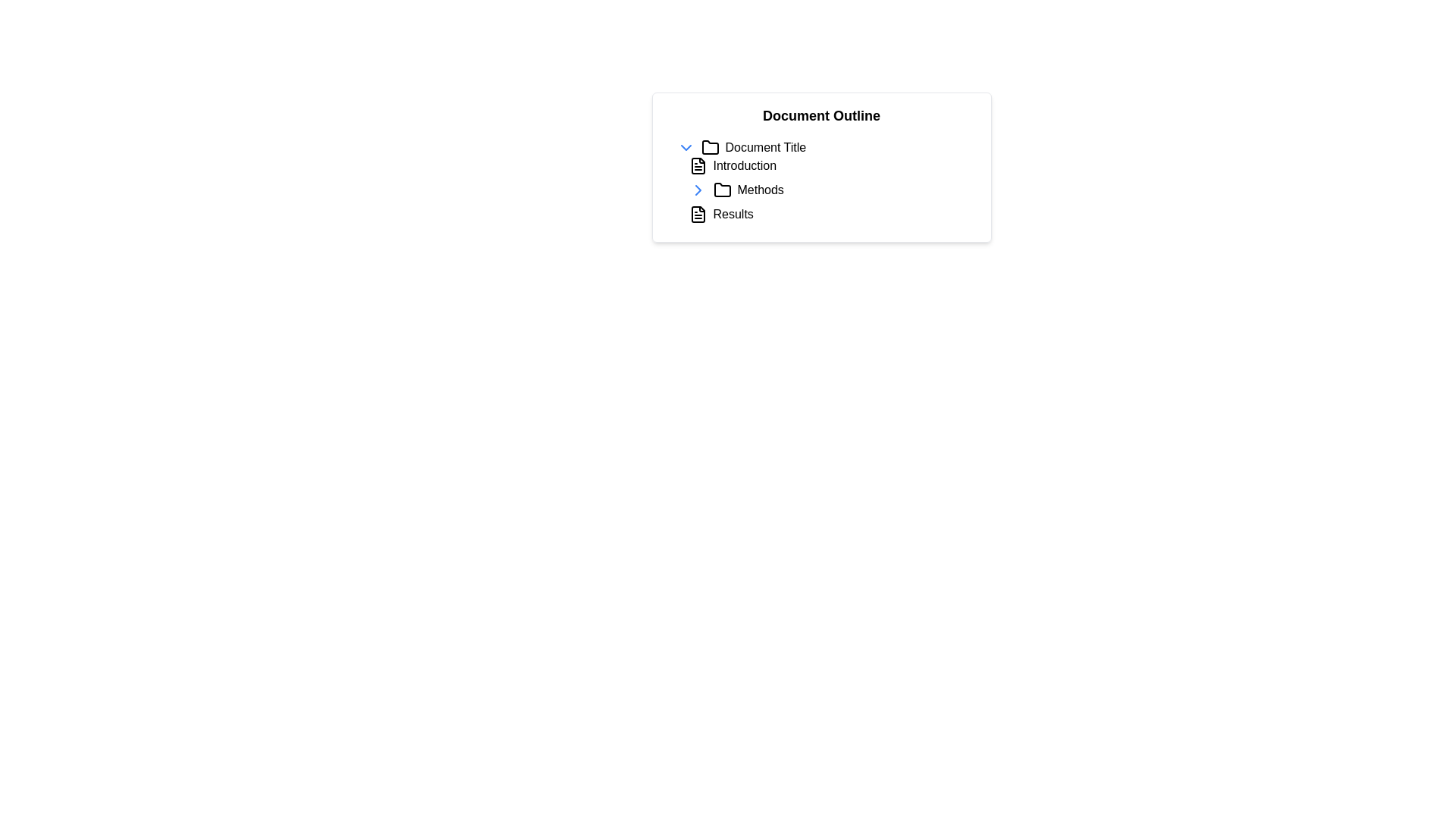 The width and height of the screenshot is (1456, 819). Describe the element at coordinates (697, 189) in the screenshot. I see `the blue chevron icon indicating navigation` at that location.